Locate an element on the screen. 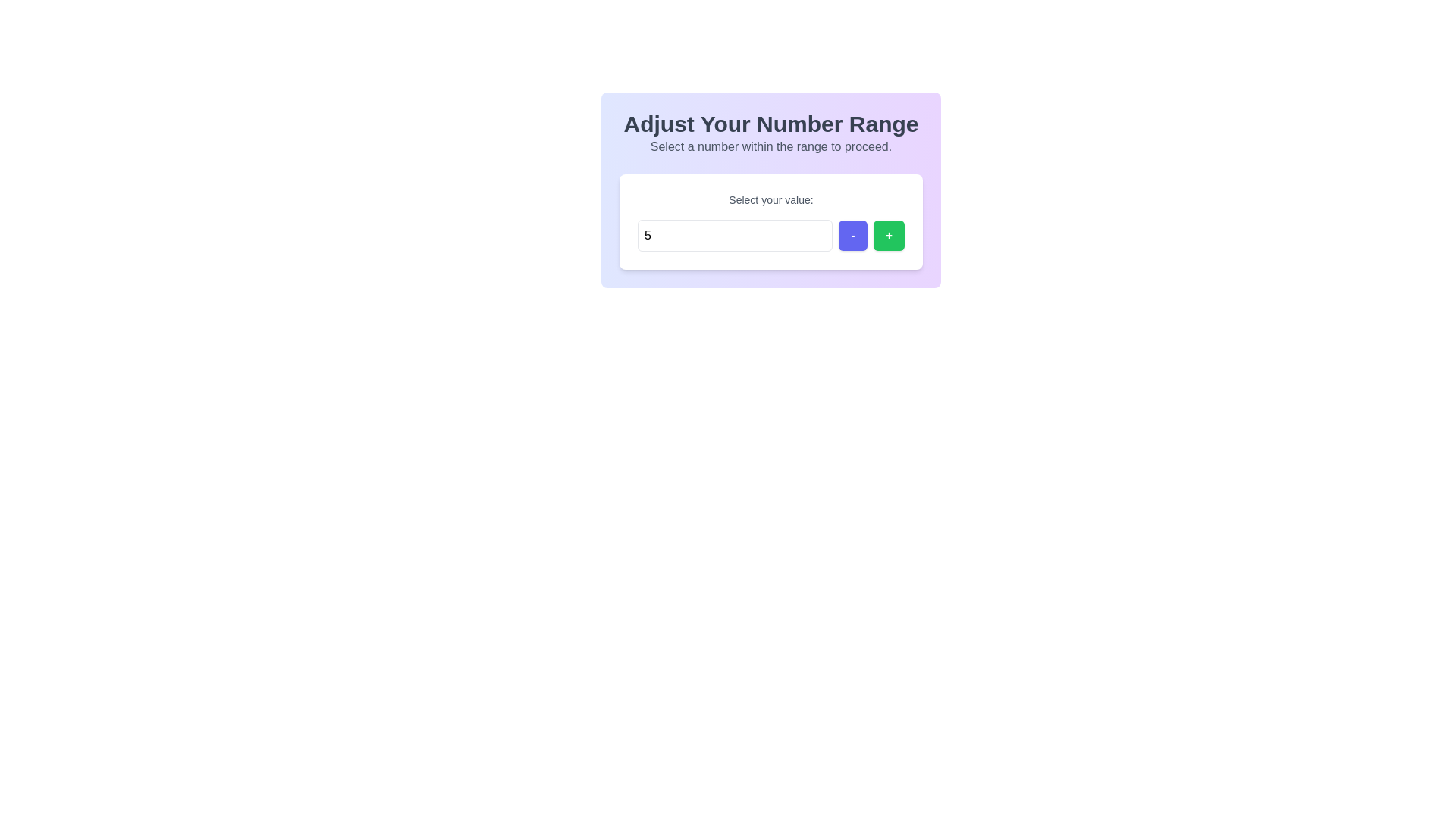 This screenshot has height=819, width=1456. the static text element that reads 'Select a number within the range to proceed.' which is located below the heading 'Adjust Your Number Range.' is located at coordinates (771, 146).